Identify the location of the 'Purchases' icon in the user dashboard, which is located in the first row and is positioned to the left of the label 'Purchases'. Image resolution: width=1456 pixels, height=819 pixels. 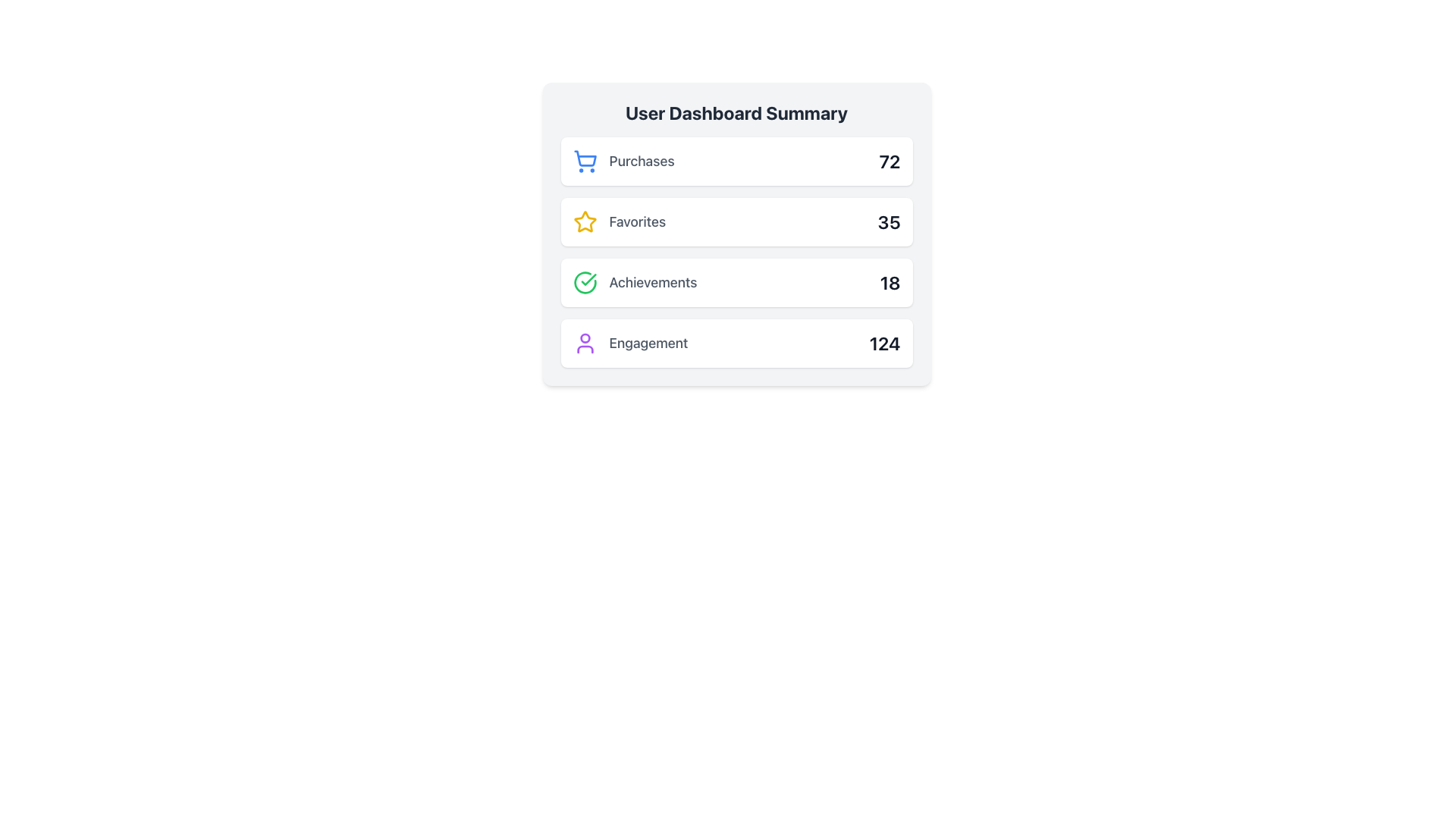
(584, 161).